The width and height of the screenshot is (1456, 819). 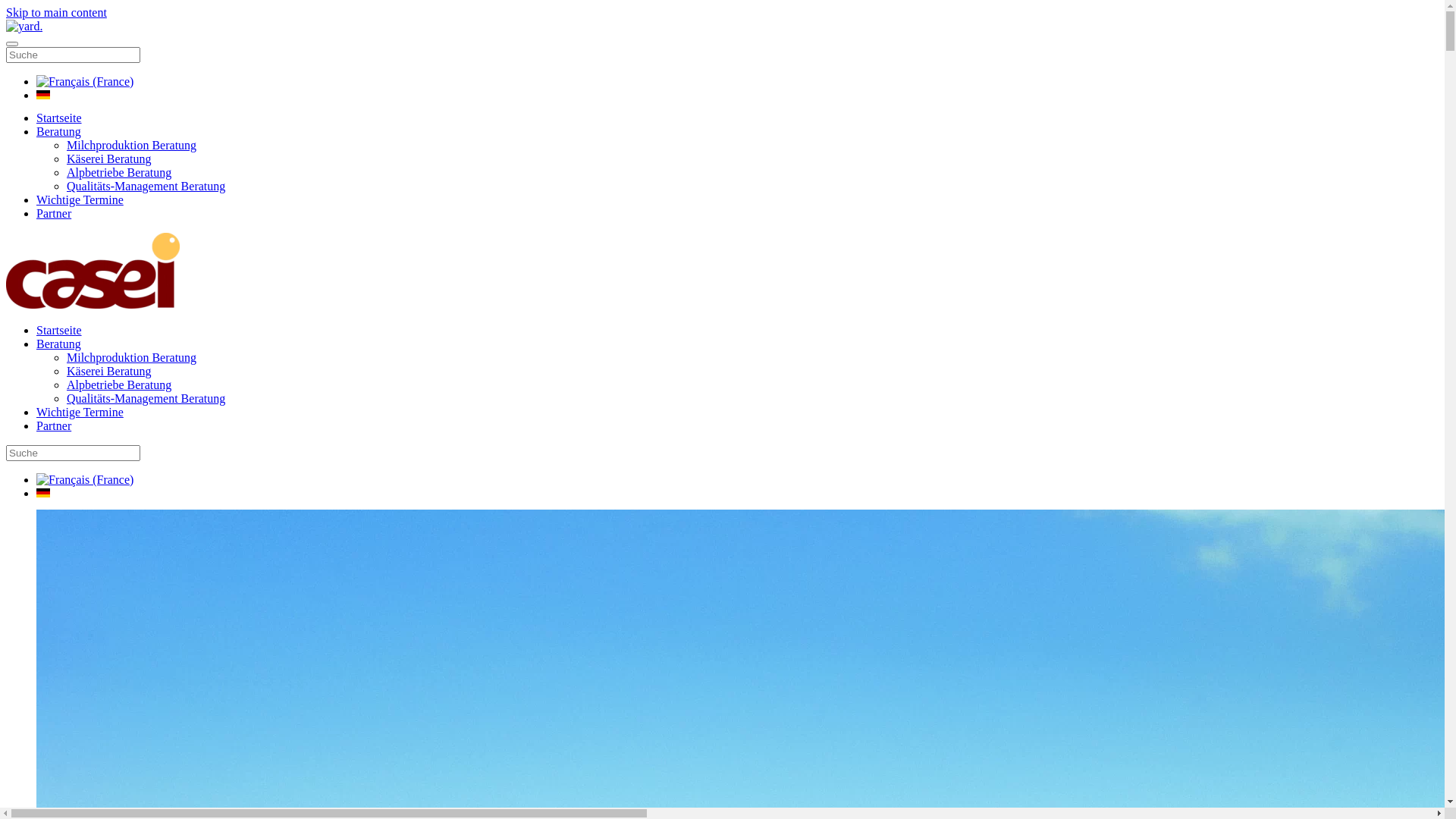 I want to click on 'Milchproduktion Beratung', so click(x=131, y=145).